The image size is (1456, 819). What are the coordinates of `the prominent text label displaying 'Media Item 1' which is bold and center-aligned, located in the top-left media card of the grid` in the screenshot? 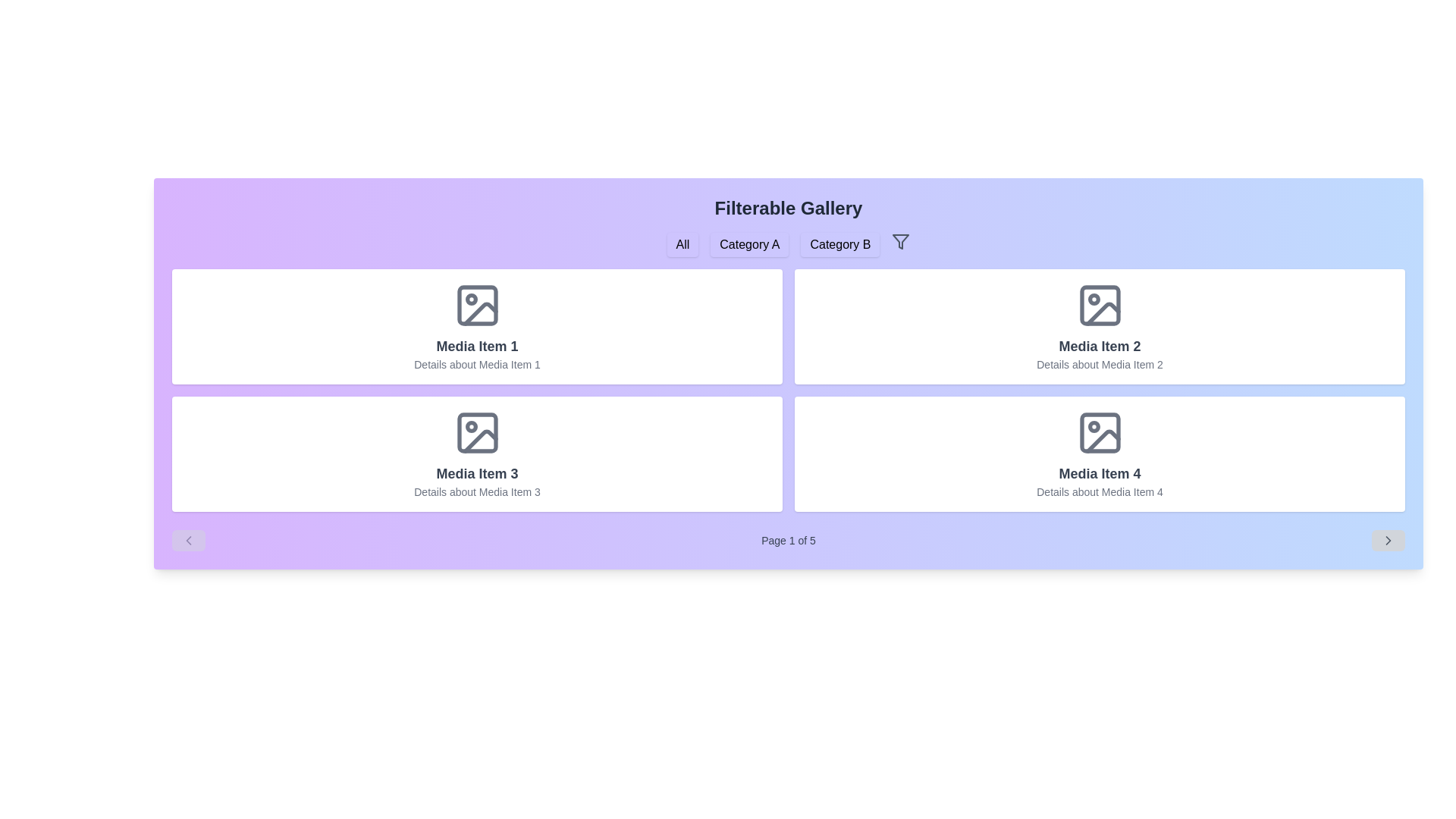 It's located at (476, 346).